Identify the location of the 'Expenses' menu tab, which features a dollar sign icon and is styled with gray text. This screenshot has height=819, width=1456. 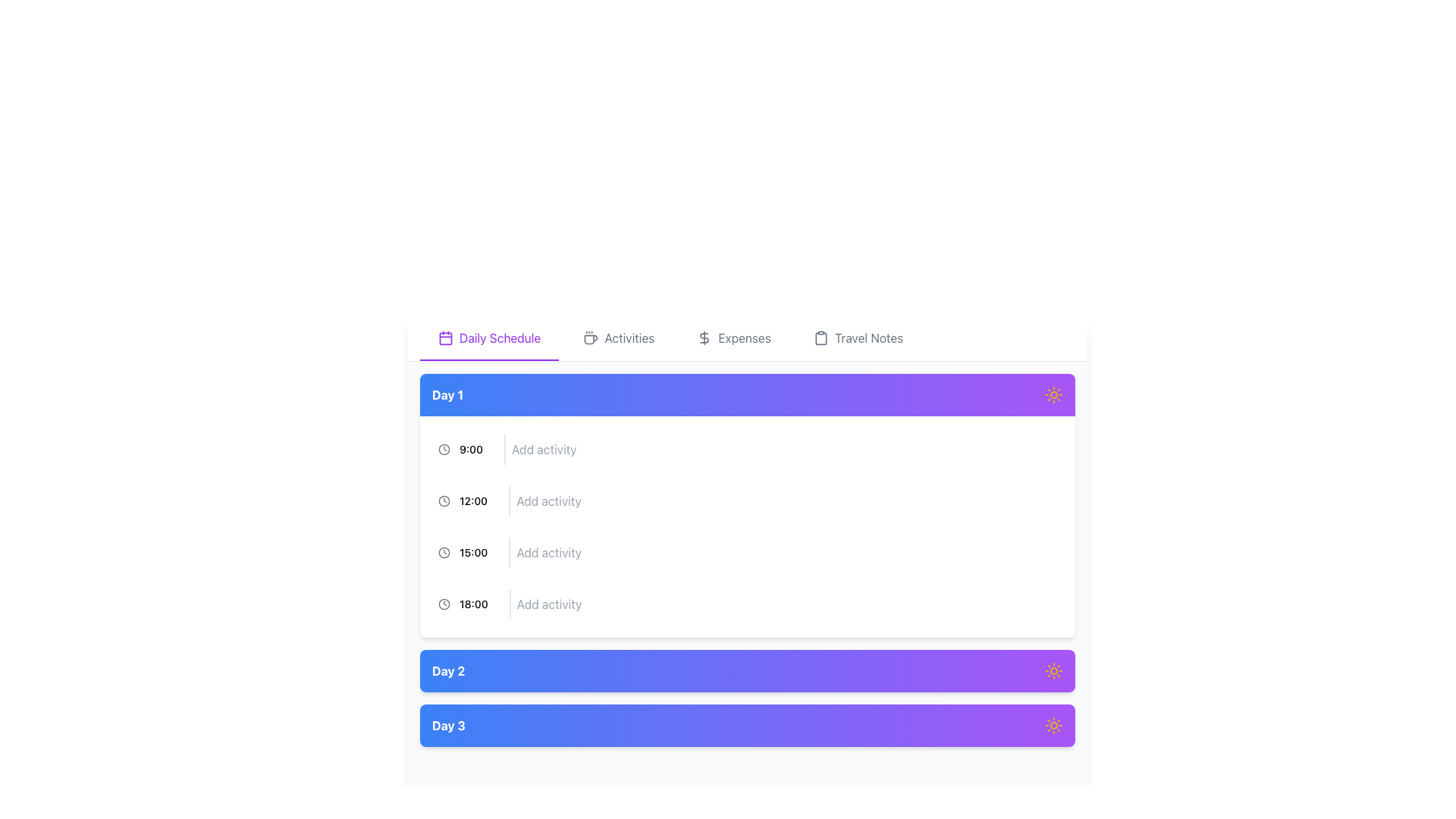
(734, 338).